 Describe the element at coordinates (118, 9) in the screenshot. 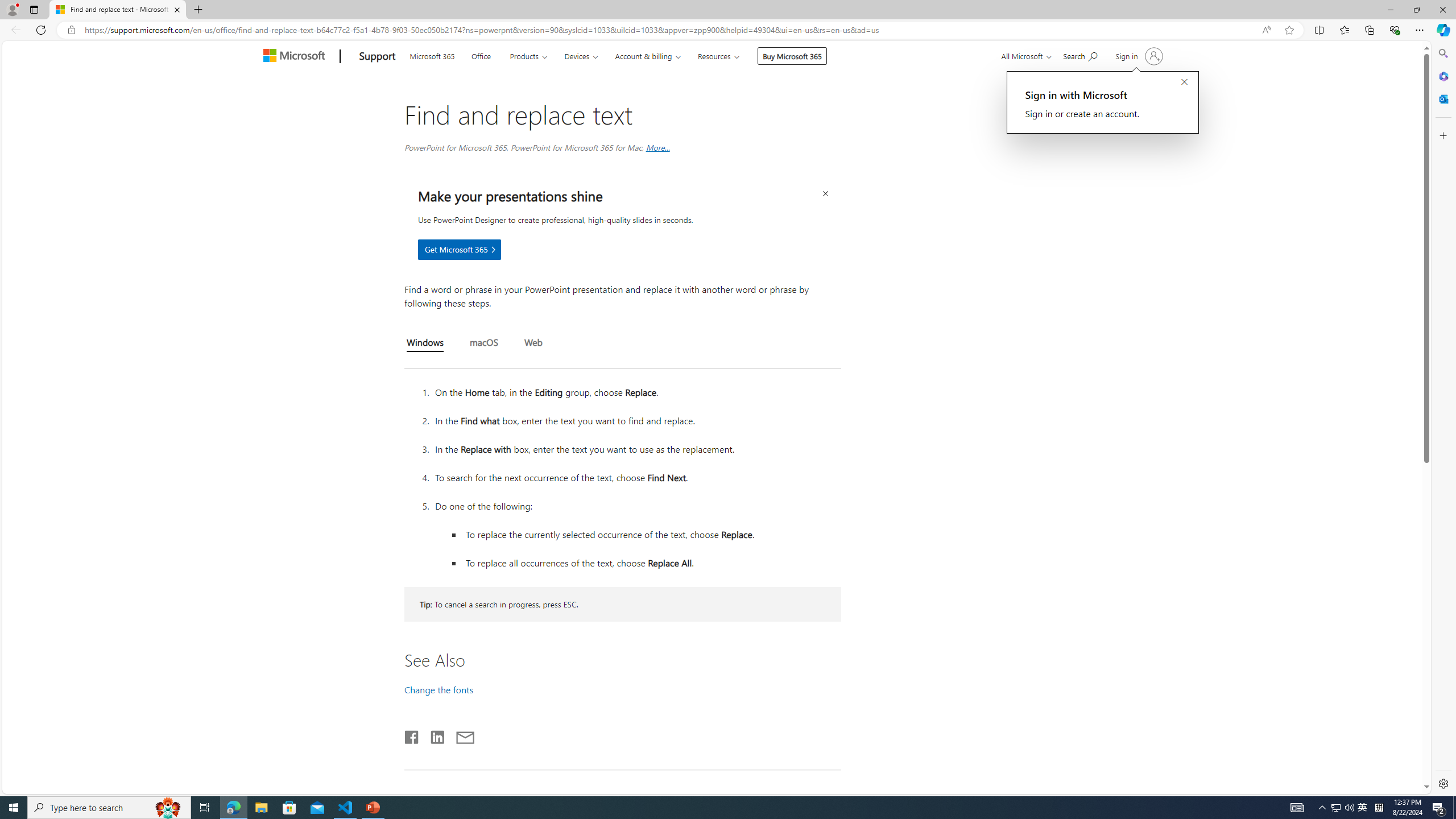

I see `'Find and replace text - Microsoft Support'` at that location.